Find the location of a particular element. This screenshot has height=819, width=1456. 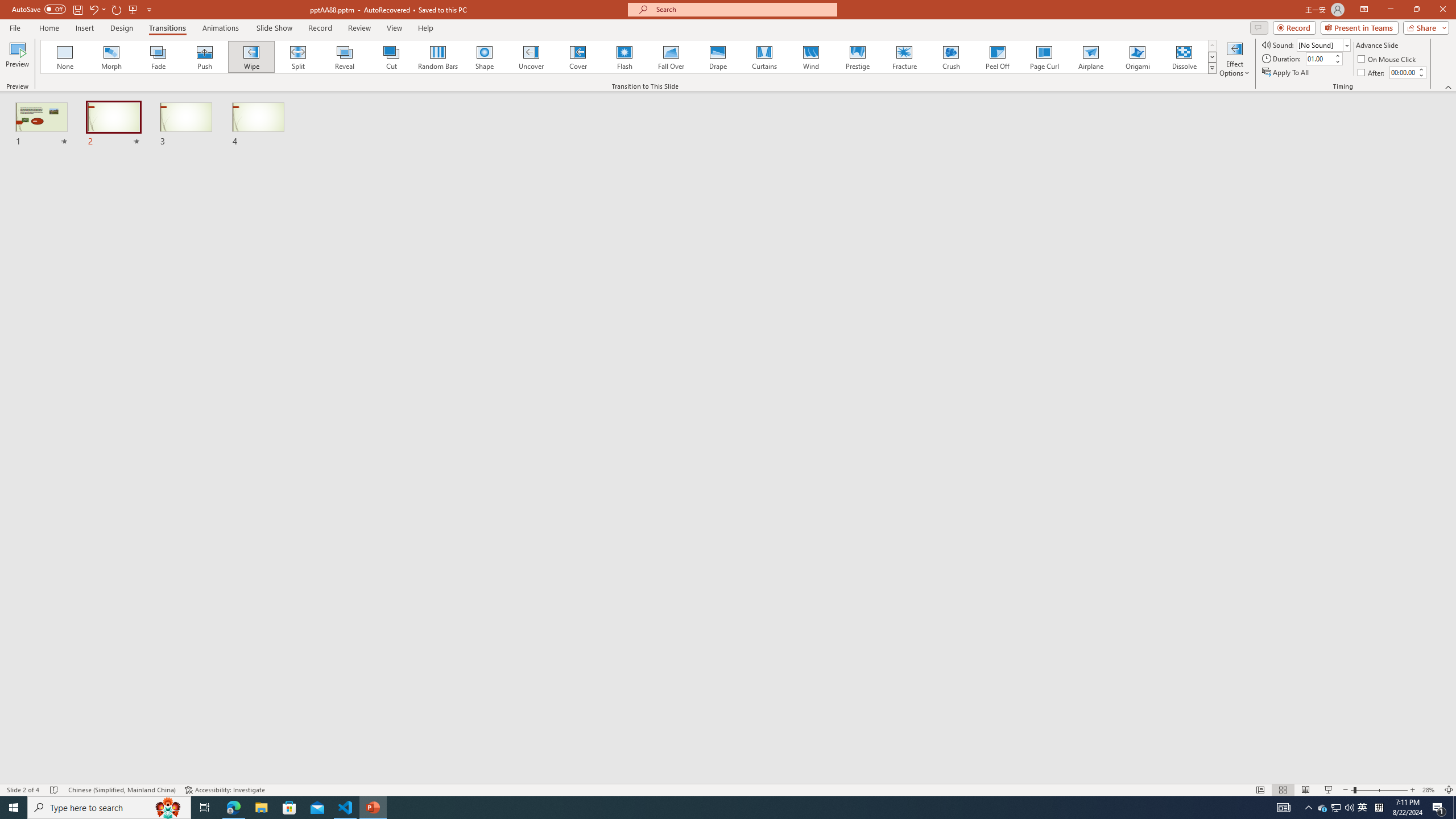

'Reveal' is located at coordinates (345, 56).